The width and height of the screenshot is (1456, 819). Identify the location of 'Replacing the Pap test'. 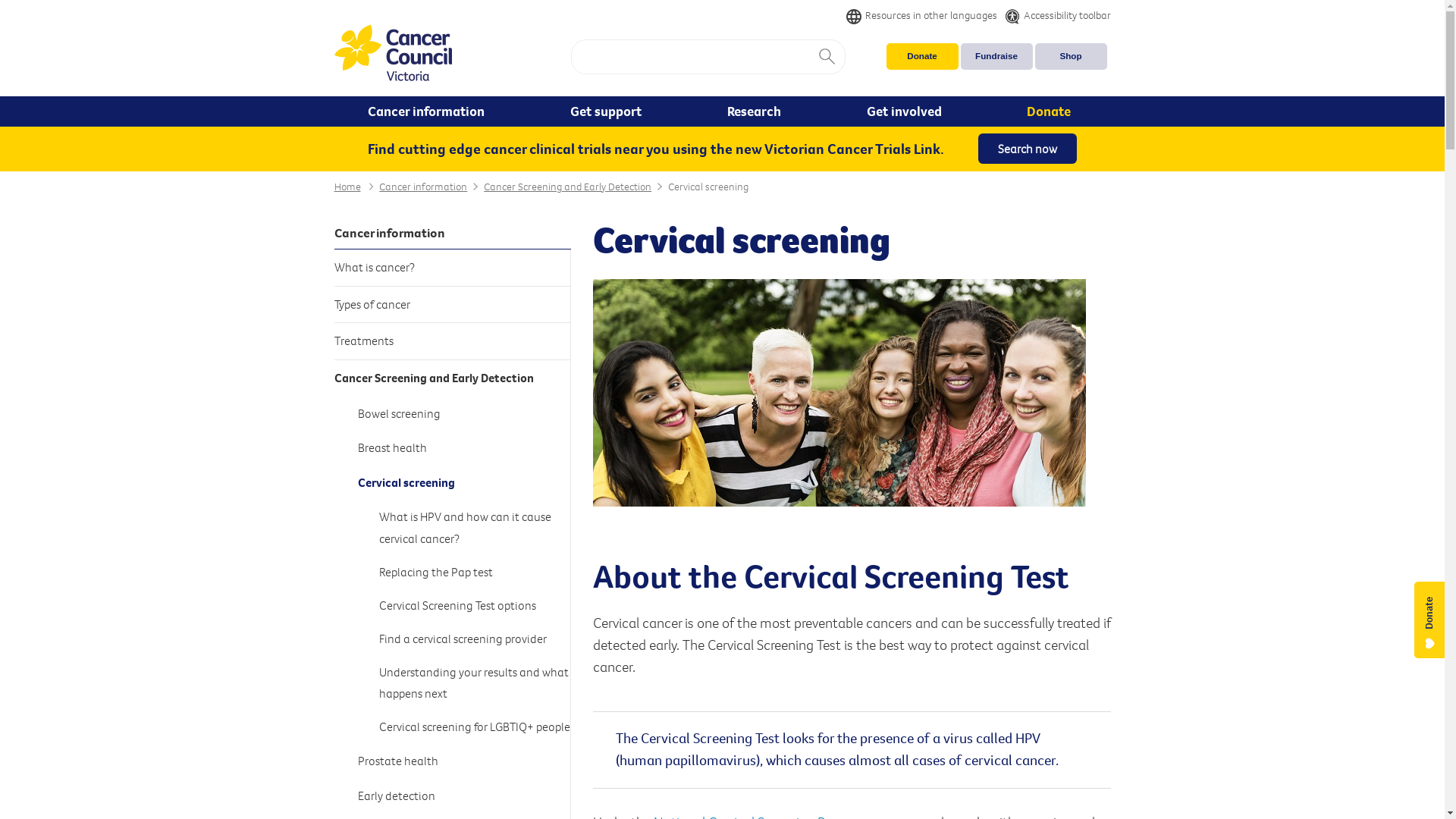
(474, 571).